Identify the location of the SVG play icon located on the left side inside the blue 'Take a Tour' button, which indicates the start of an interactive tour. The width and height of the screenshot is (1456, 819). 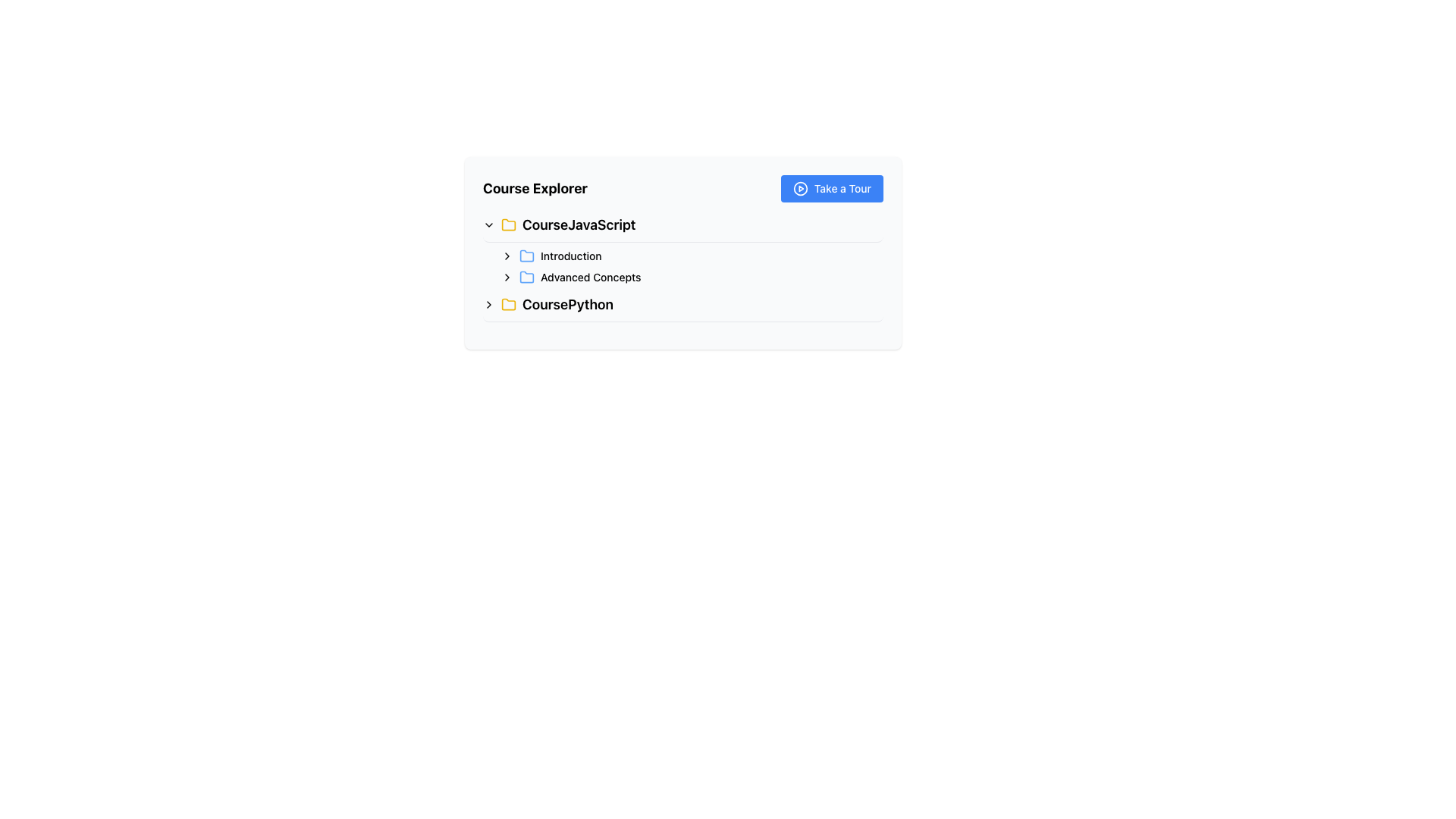
(800, 188).